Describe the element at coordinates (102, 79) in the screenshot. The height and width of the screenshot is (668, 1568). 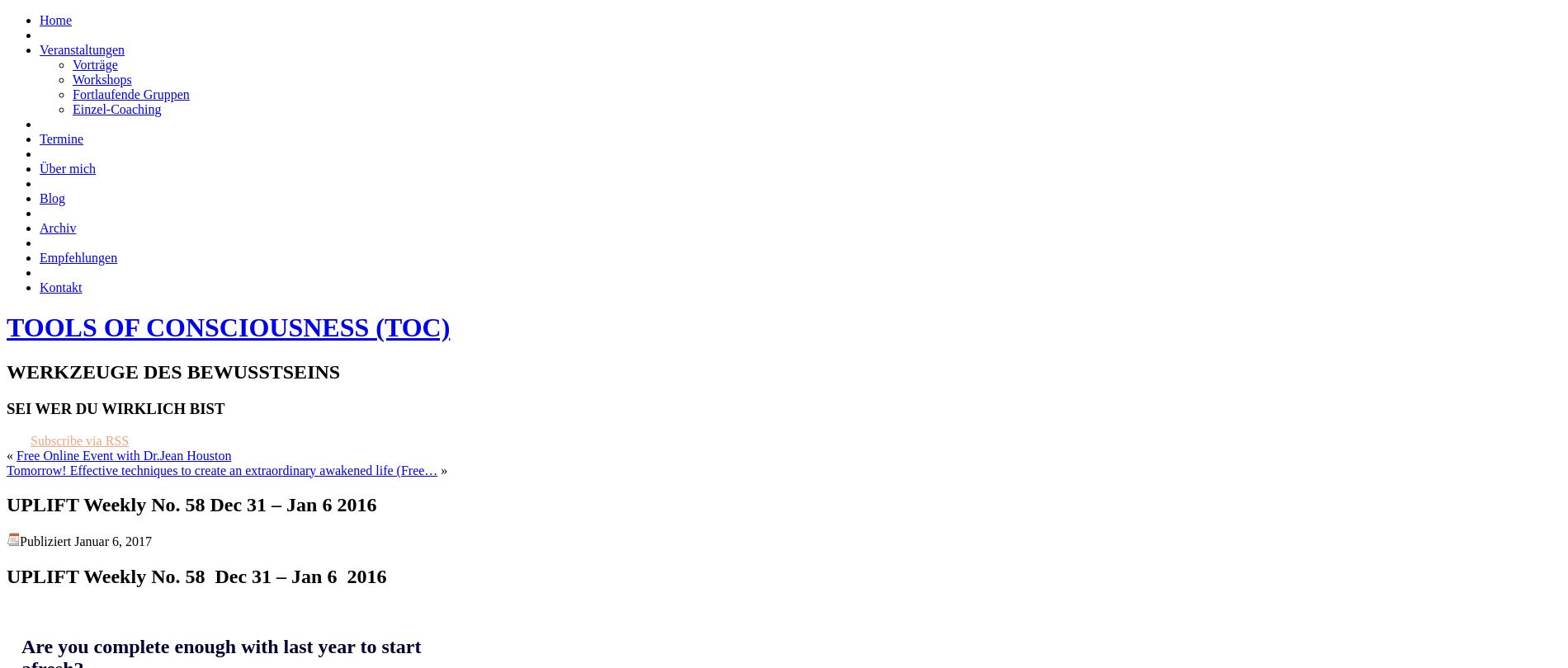
I see `'Workshops'` at that location.